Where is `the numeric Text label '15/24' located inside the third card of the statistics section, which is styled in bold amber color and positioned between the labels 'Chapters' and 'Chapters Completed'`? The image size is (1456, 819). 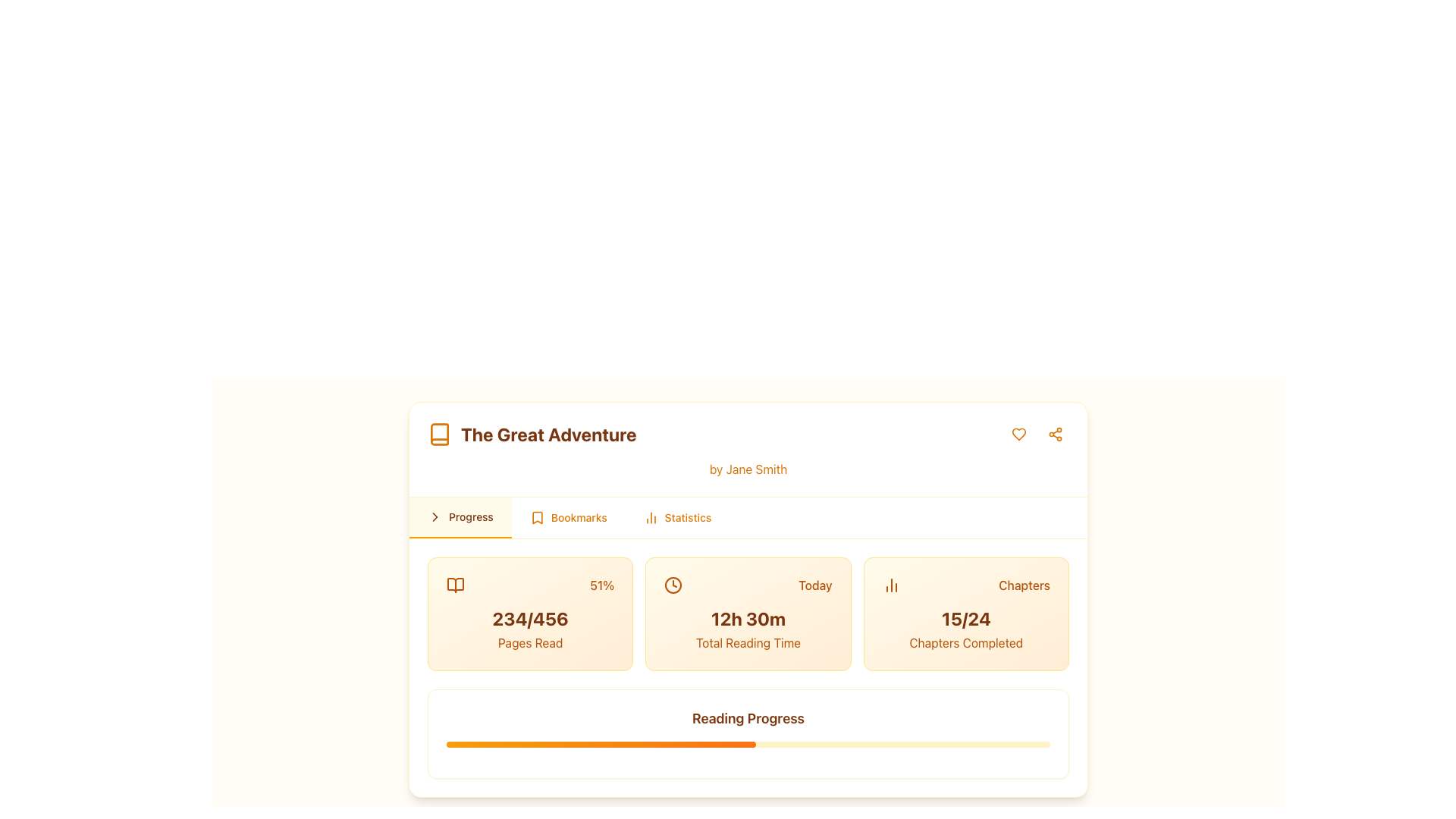
the numeric Text label '15/24' located inside the third card of the statistics section, which is styled in bold amber color and positioned between the labels 'Chapters' and 'Chapters Completed' is located at coordinates (965, 619).